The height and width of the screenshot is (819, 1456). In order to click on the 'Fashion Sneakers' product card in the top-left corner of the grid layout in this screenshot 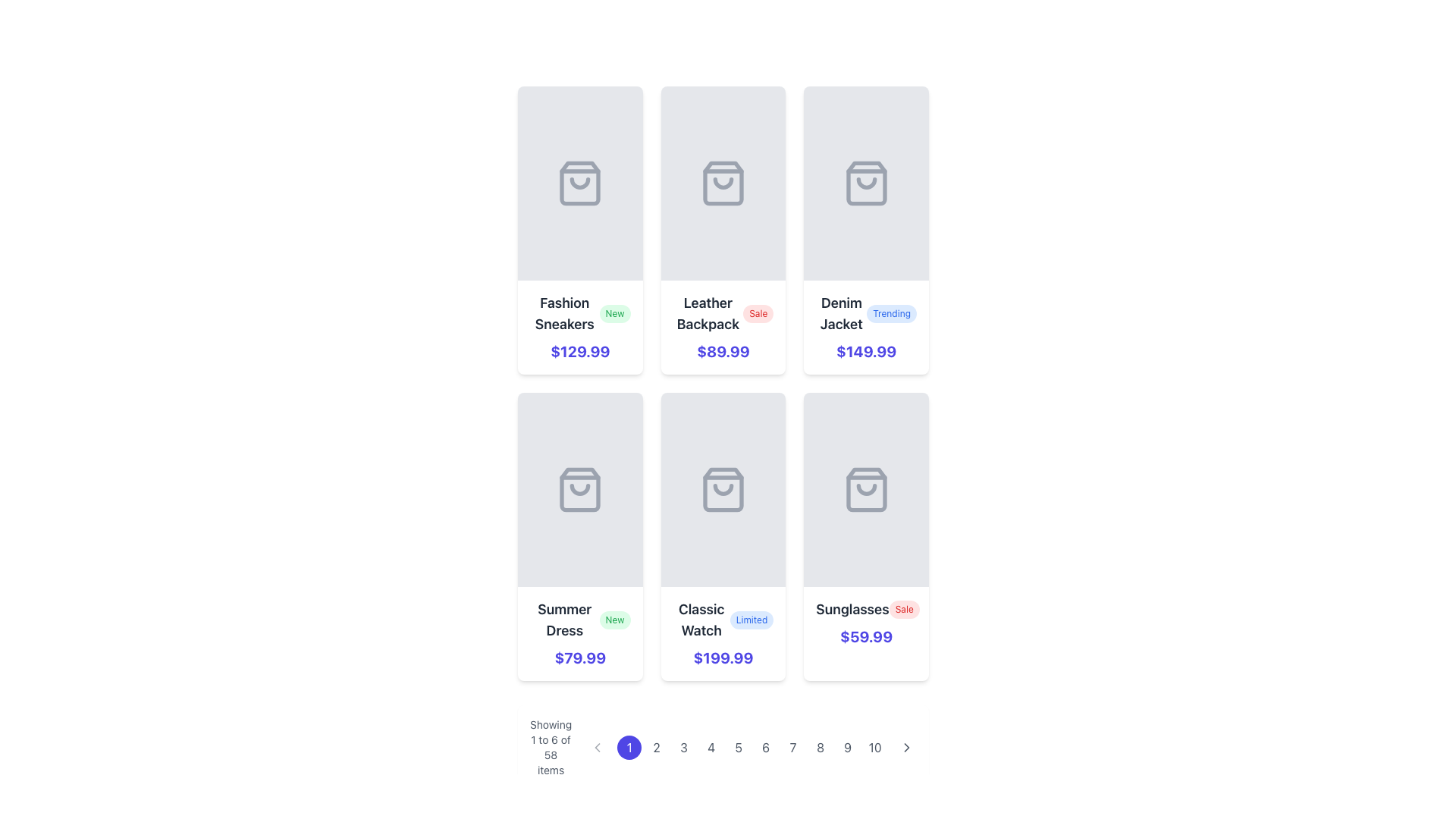, I will do `click(579, 231)`.